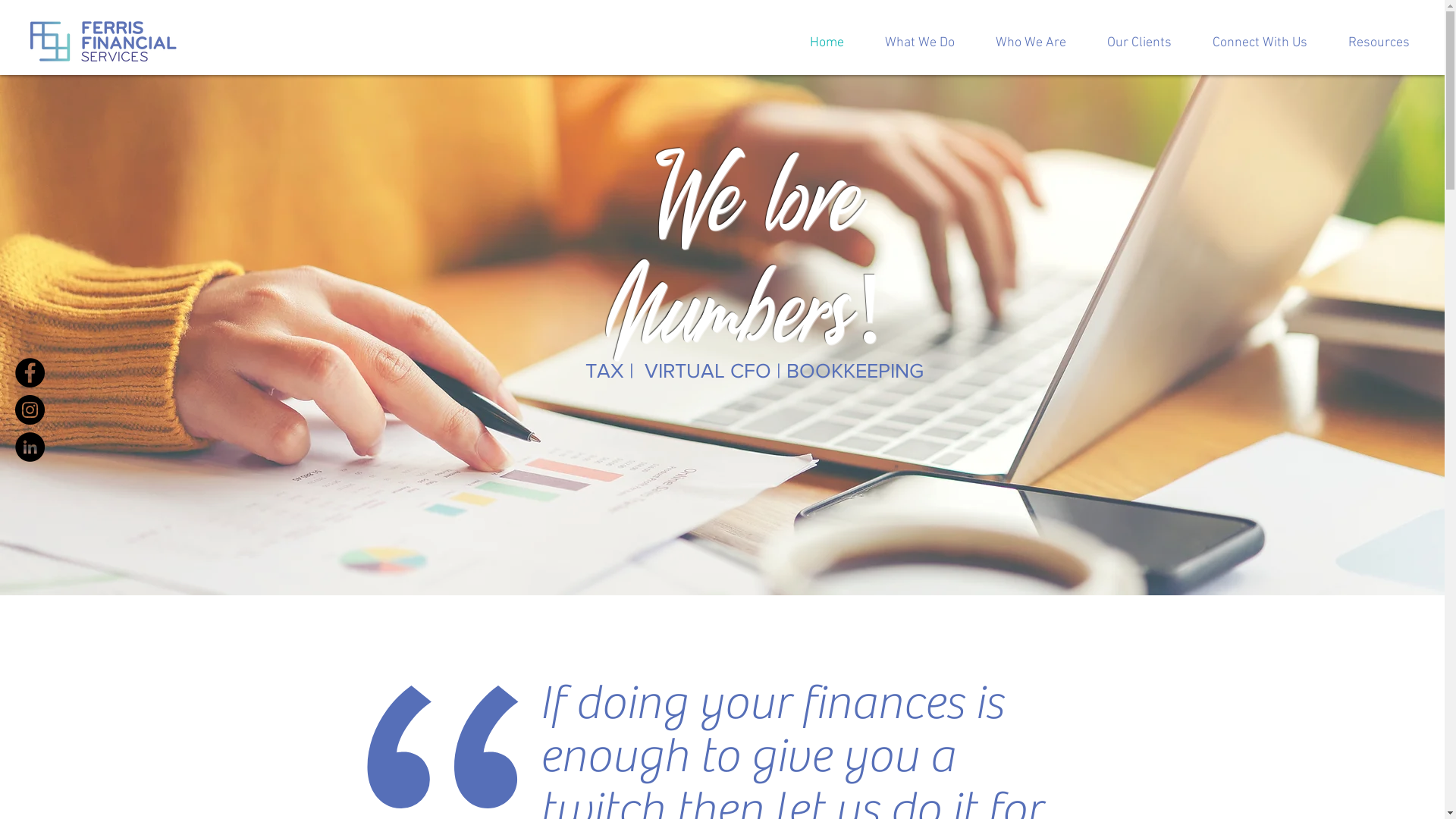 This screenshot has width=1456, height=819. I want to click on 'What We Do', so click(864, 42).